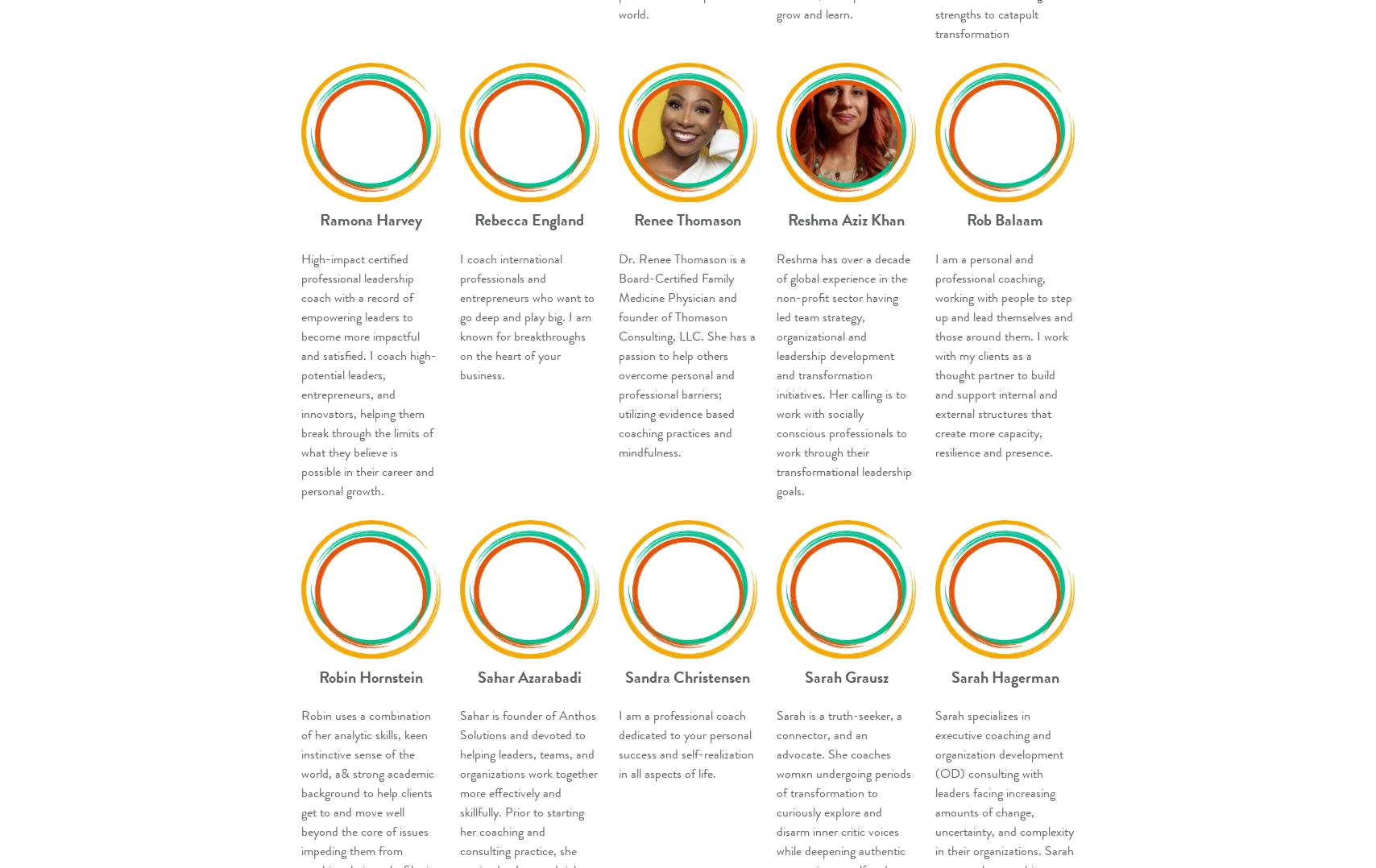 The height and width of the screenshot is (868, 1376). I want to click on 'Ramona Harvey', so click(370, 220).